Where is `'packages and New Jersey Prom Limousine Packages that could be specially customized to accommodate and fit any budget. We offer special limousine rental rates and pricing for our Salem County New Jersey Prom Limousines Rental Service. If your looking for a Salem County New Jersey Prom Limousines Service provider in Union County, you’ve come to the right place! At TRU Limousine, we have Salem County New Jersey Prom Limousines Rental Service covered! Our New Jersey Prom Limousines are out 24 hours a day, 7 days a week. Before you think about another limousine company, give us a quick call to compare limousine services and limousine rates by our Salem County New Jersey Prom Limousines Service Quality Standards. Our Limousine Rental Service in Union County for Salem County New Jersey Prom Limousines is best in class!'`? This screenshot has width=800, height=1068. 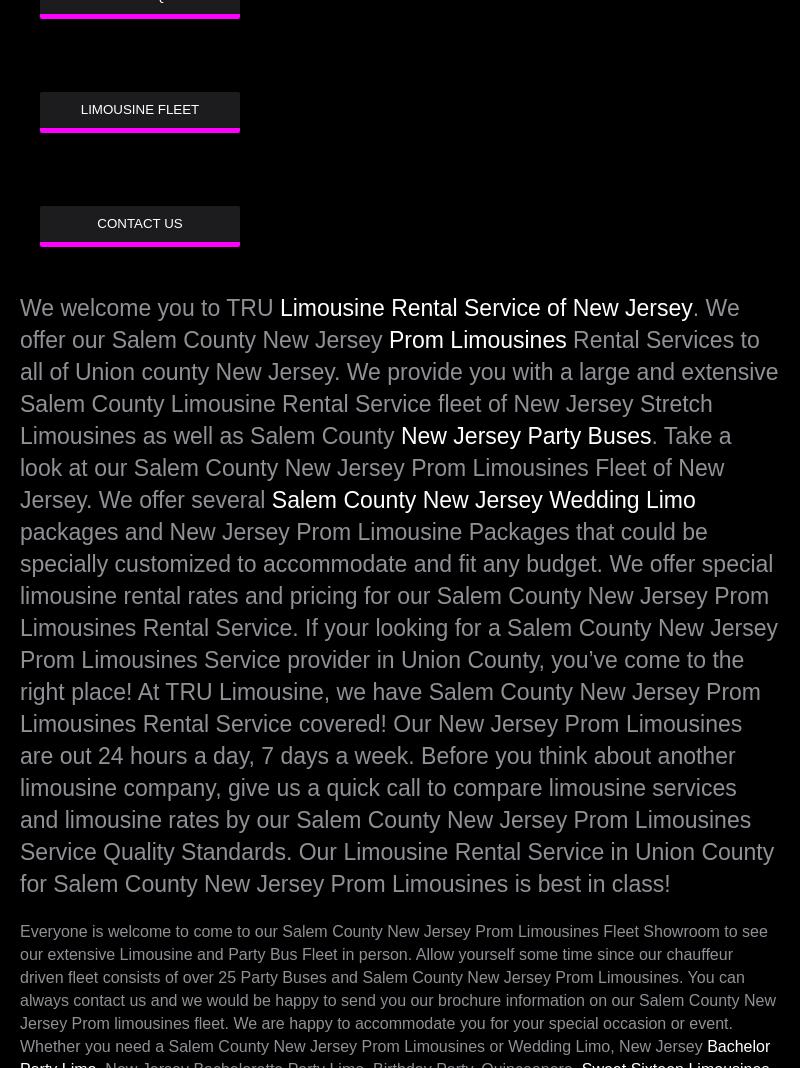 'packages and New Jersey Prom Limousine Packages that could be specially customized to accommodate and fit any budget. We offer special limousine rental rates and pricing for our Salem County New Jersey Prom Limousines Rental Service. If your looking for a Salem County New Jersey Prom Limousines Service provider in Union County, you’ve come to the right place! At TRU Limousine, we have Salem County New Jersey Prom Limousines Rental Service covered! Our New Jersey Prom Limousines are out 24 hours a day, 7 days a week. Before you think about another limousine company, give us a quick call to compare limousine services and limousine rates by our Salem County New Jersey Prom Limousines Service Quality Standards. Our Limousine Rental Service in Union County for Salem County New Jersey Prom Limousines is best in class!' is located at coordinates (398, 707).